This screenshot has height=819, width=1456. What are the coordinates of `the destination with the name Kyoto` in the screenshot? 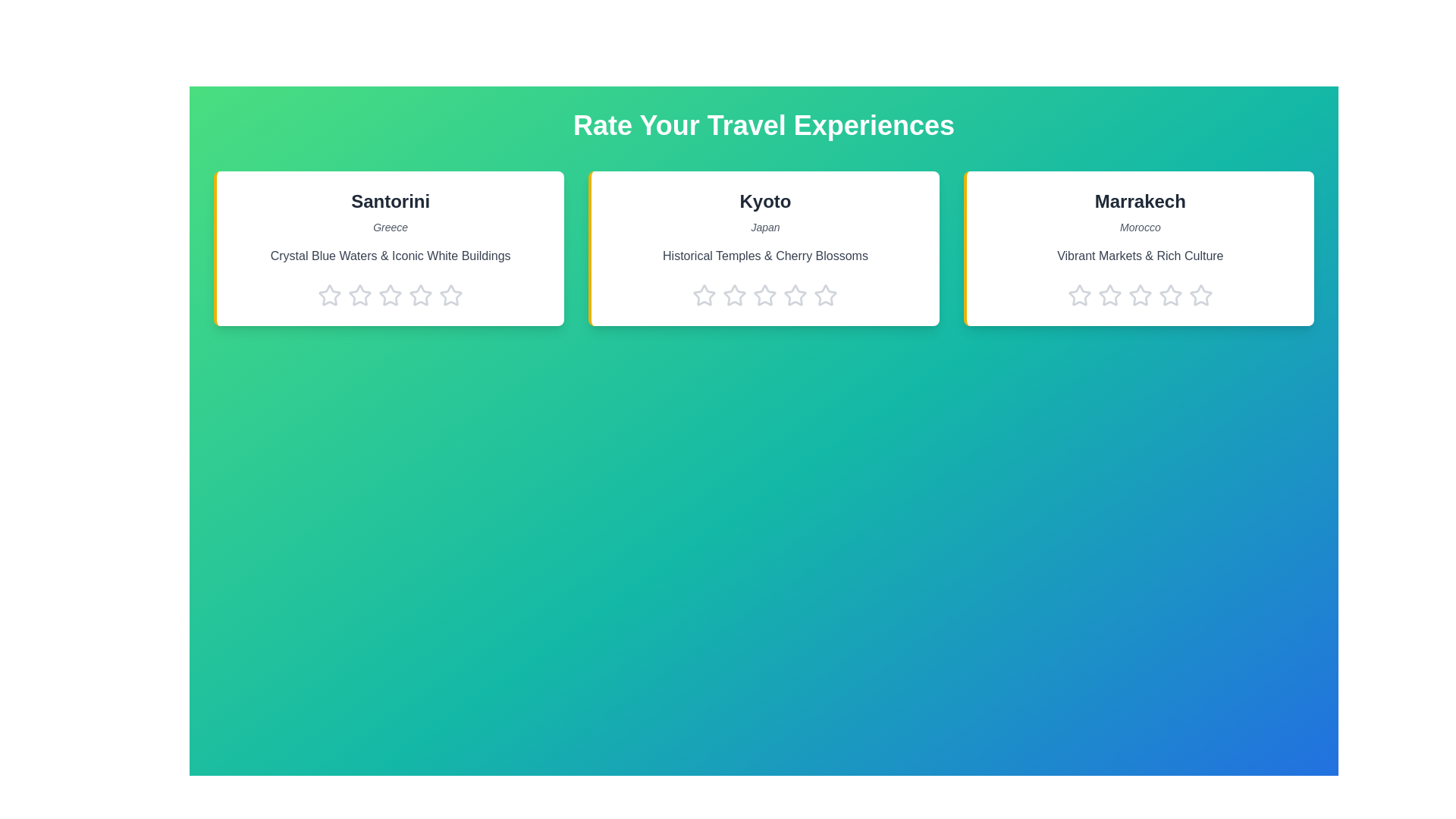 It's located at (764, 201).